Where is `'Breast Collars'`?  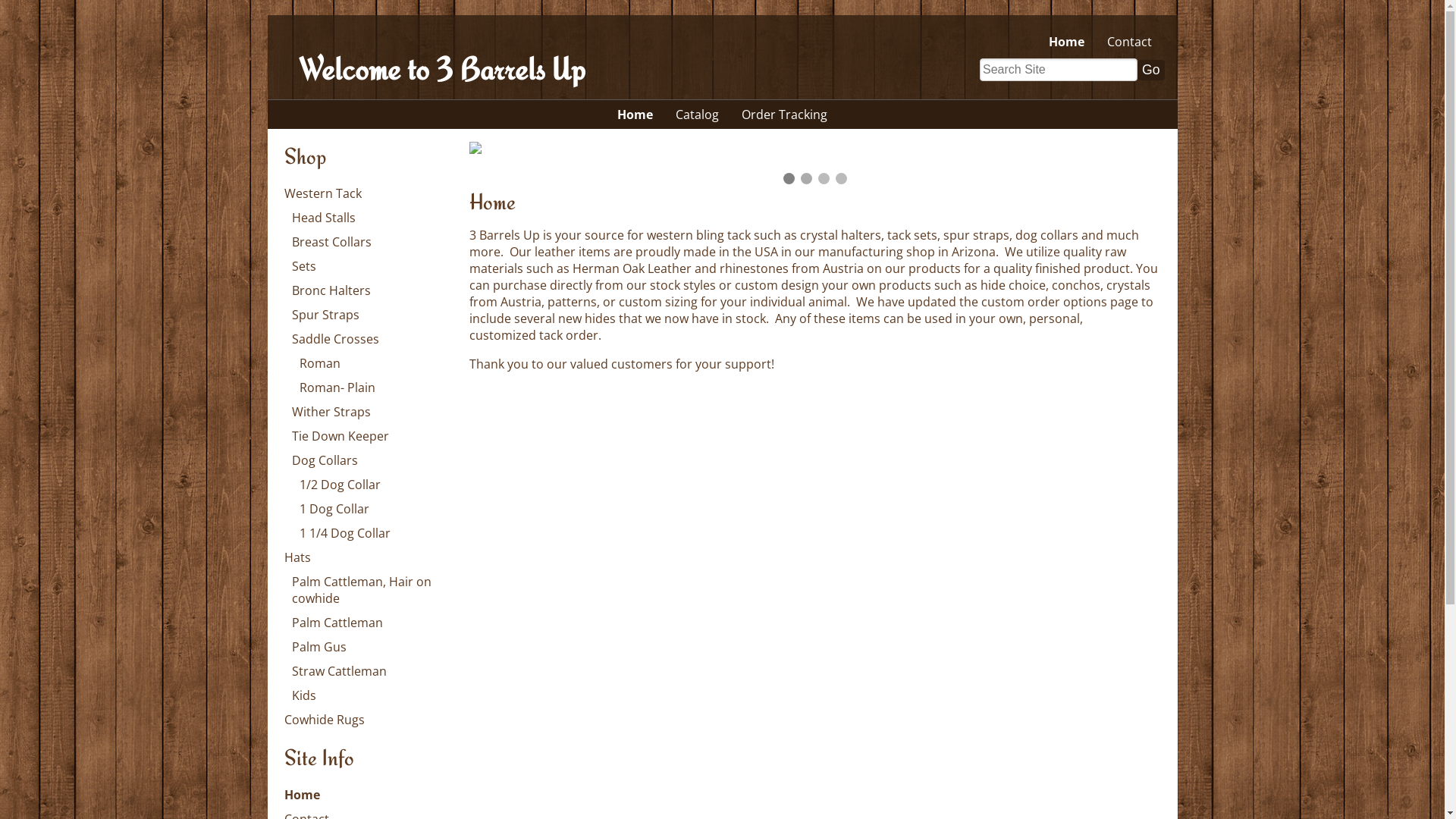 'Breast Collars' is located at coordinates (330, 241).